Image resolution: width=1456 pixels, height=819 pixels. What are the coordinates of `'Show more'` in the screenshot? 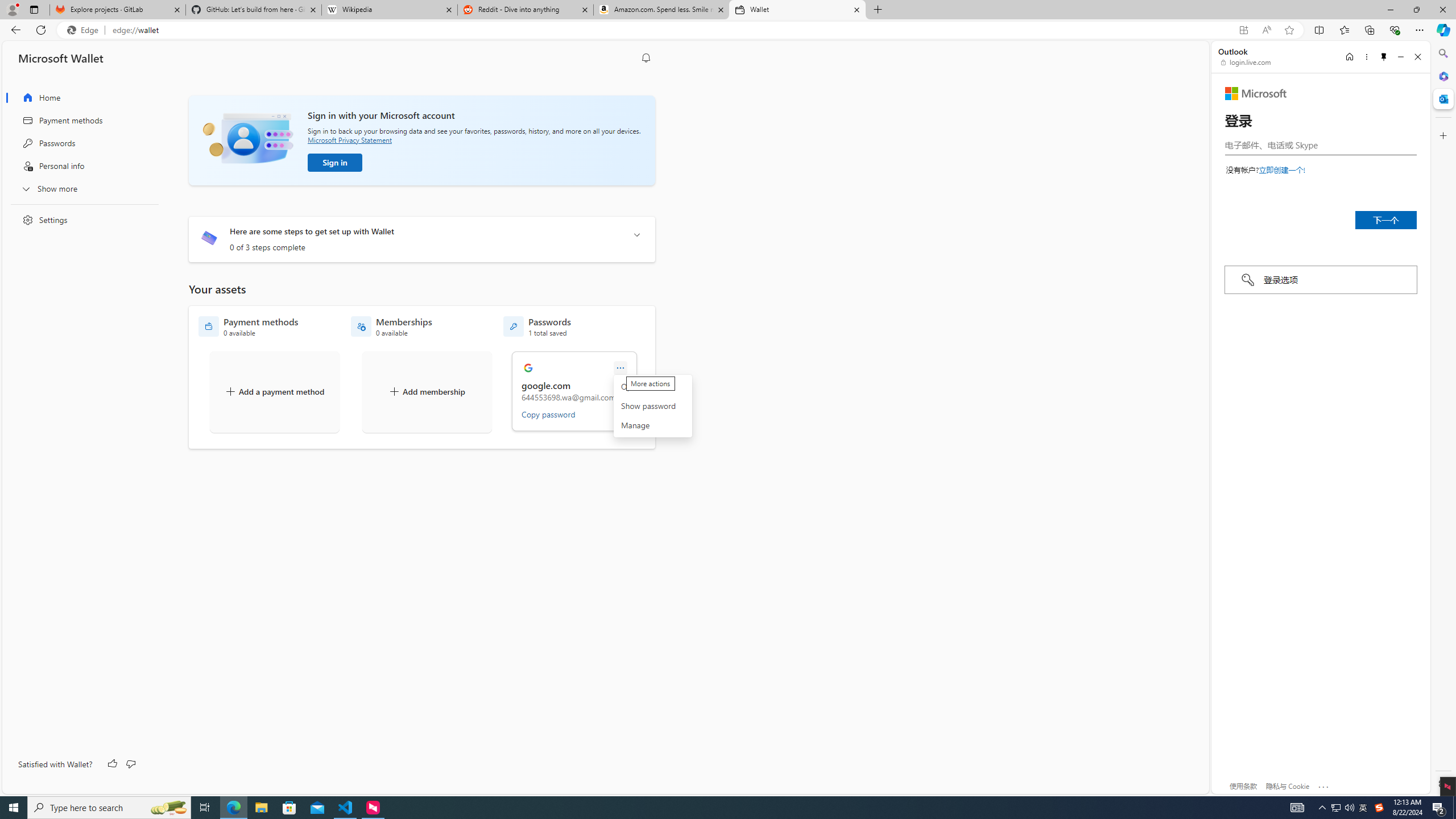 It's located at (81, 188).